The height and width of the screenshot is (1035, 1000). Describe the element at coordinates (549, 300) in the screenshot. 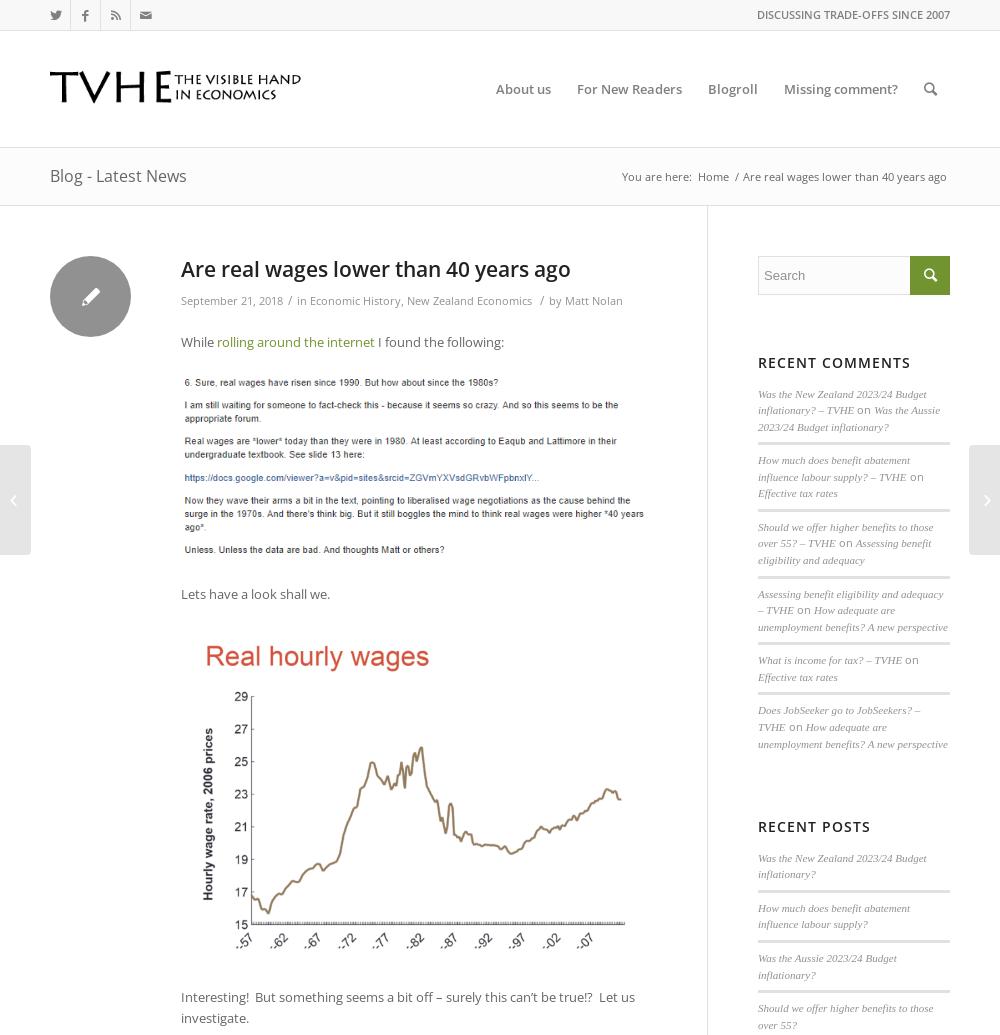

I see `'by'` at that location.